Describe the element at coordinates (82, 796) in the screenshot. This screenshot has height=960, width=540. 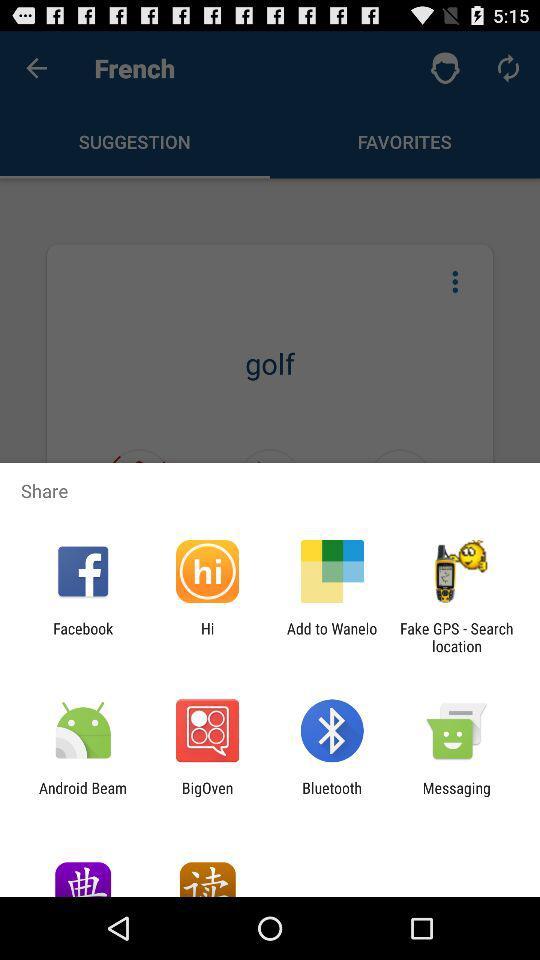
I see `the android beam` at that location.